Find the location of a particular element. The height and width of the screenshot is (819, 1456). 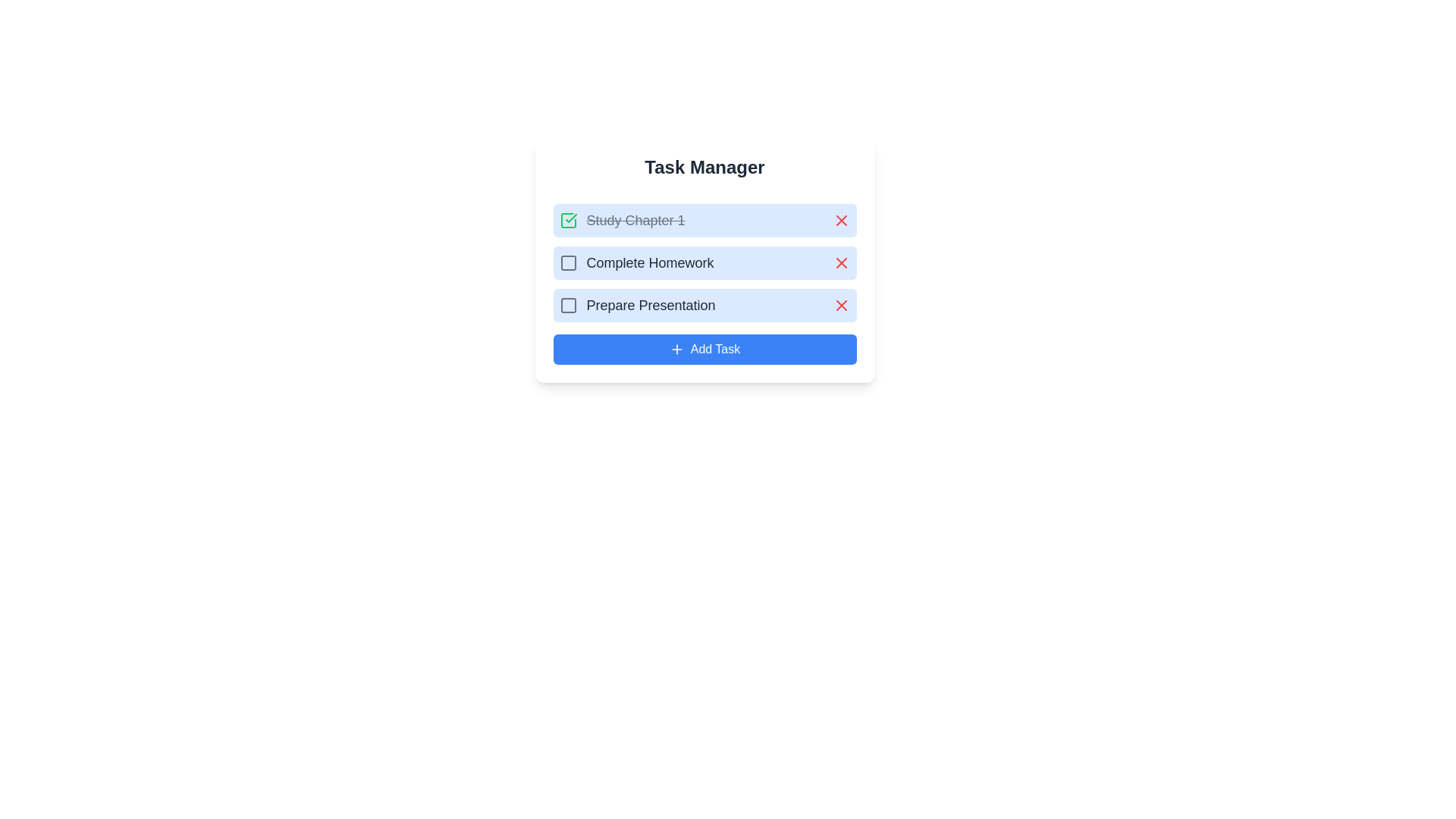

the static text label 'Prepare Presentation' in the Task Manager interface, which is styled with a larger font size and gray color, located in the third row of the task list is located at coordinates (651, 305).